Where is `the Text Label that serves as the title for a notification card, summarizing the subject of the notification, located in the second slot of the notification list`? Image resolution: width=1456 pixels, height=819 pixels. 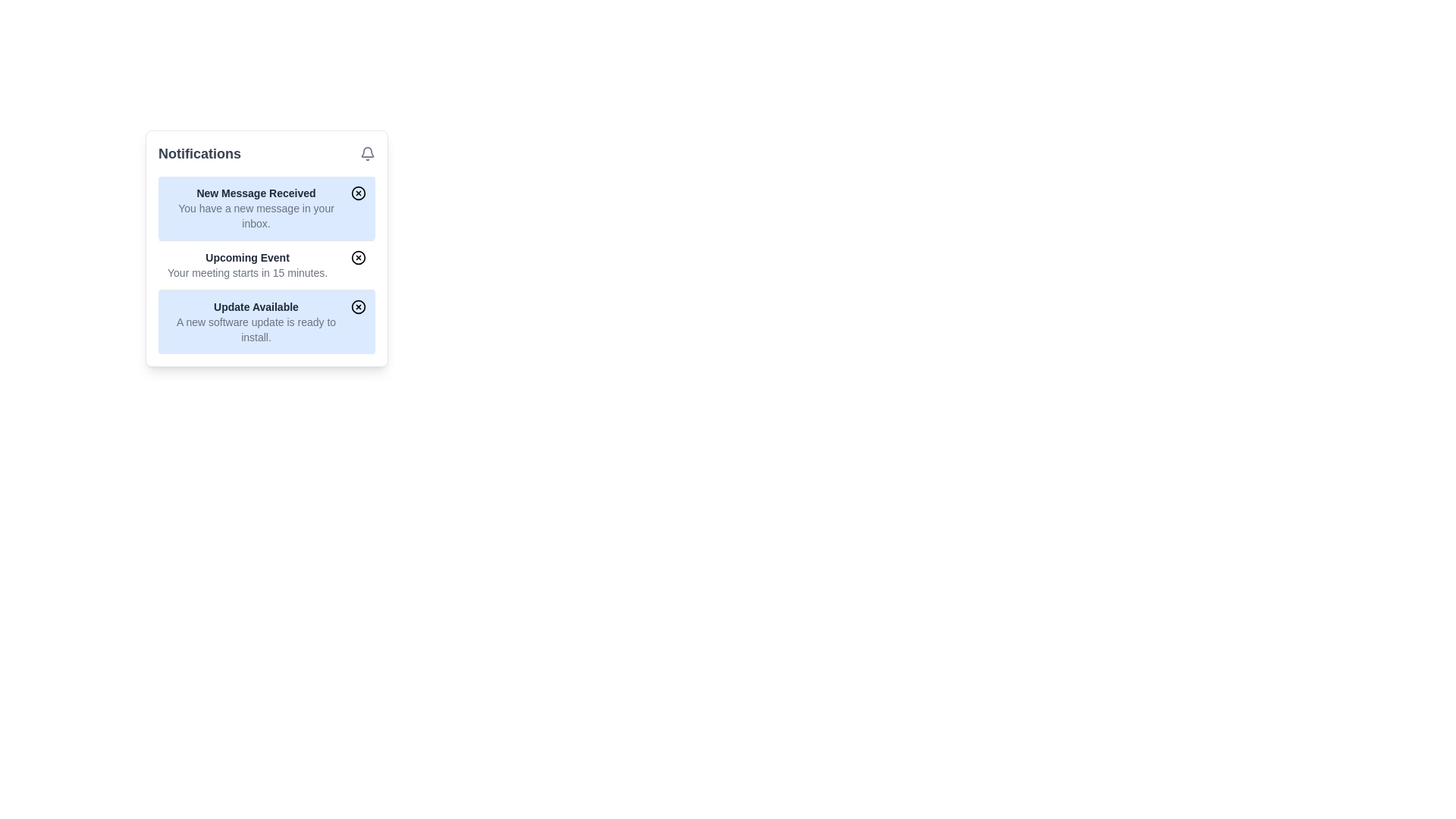
the Text Label that serves as the title for a notification card, summarizing the subject of the notification, located in the second slot of the notification list is located at coordinates (247, 256).